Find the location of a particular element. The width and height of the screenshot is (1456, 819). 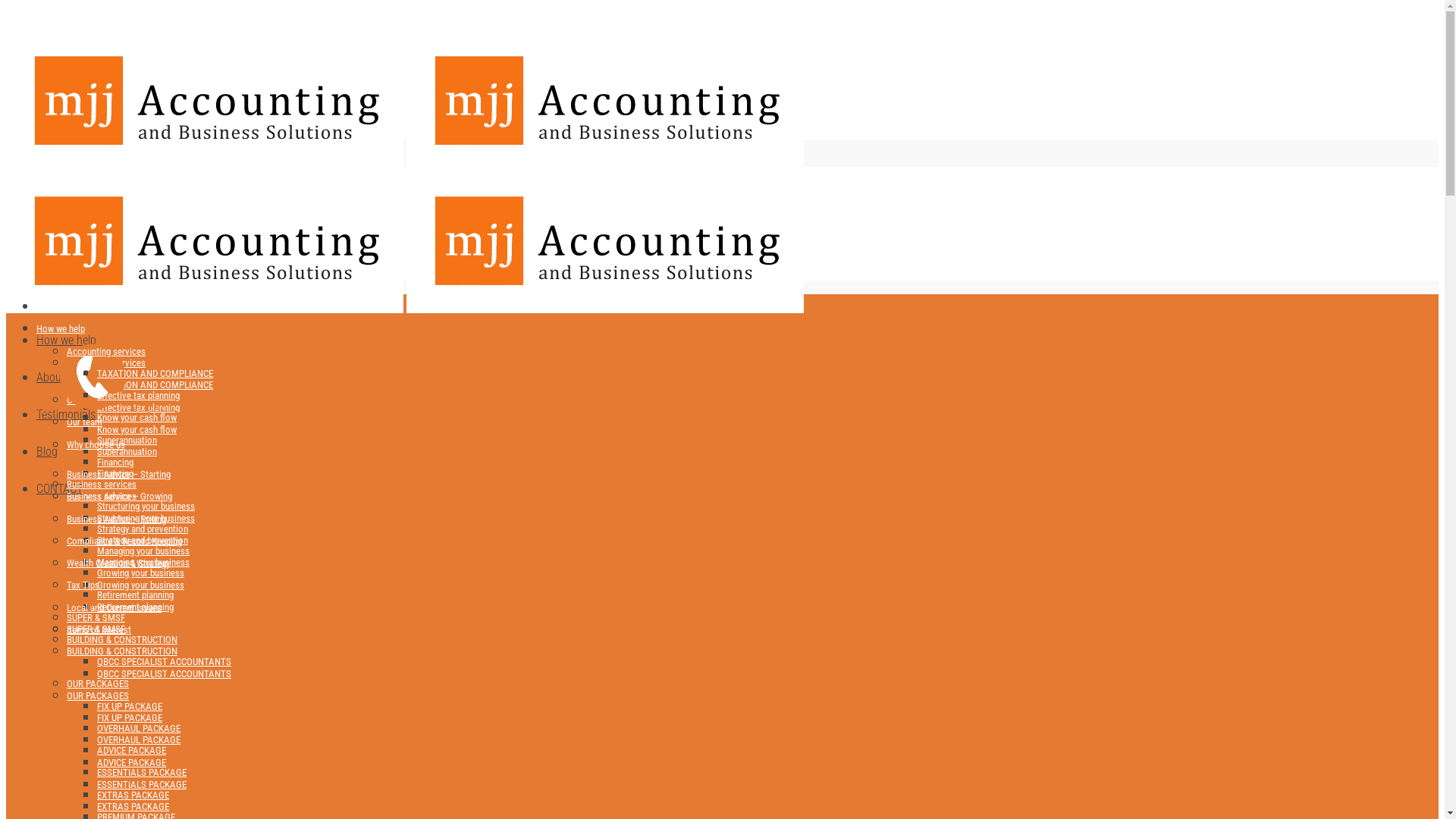

'About us' is located at coordinates (36, 376).